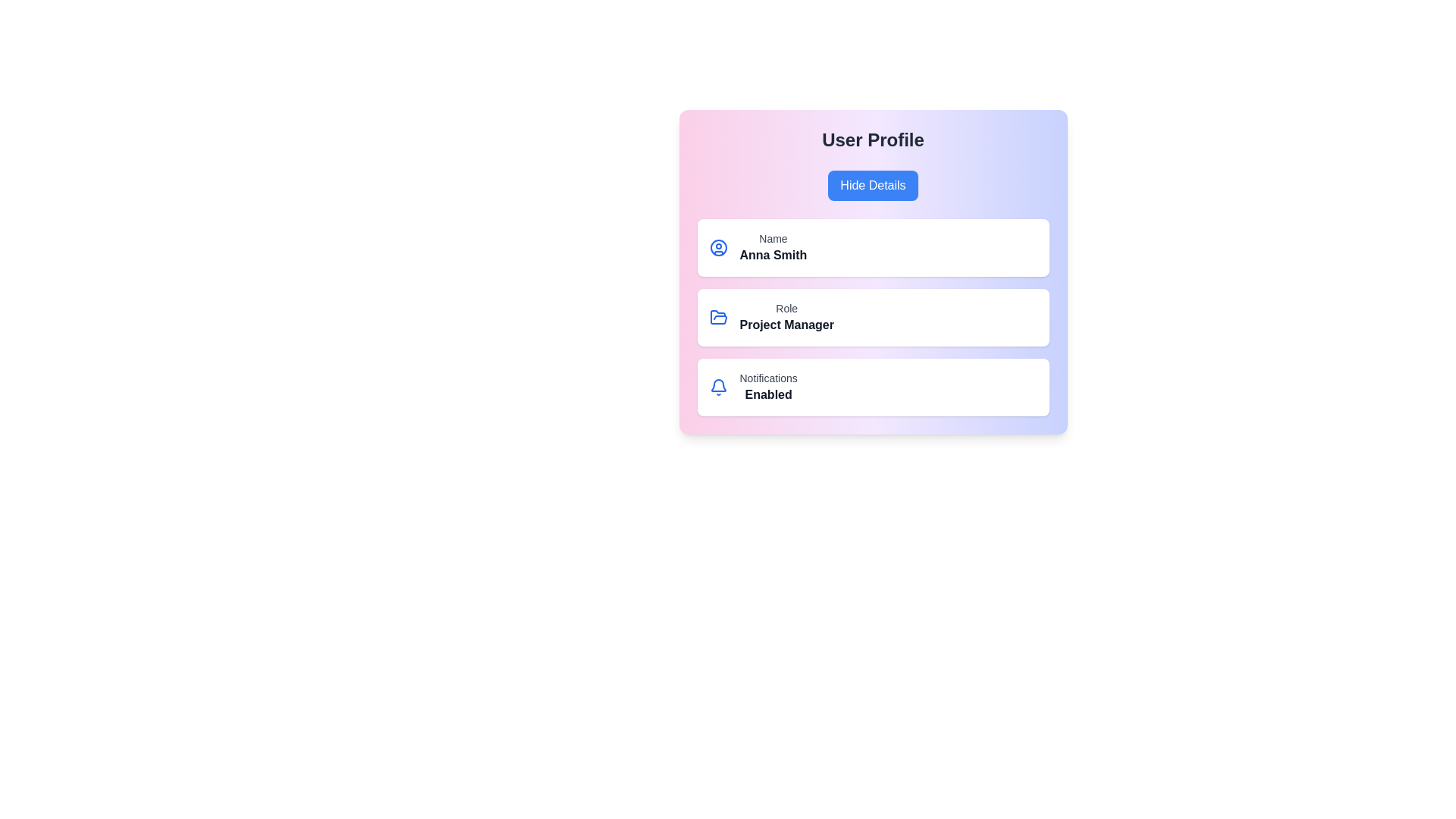  I want to click on the button located below the 'User Profile' title to hide details displayed in the user profile section, so click(873, 185).